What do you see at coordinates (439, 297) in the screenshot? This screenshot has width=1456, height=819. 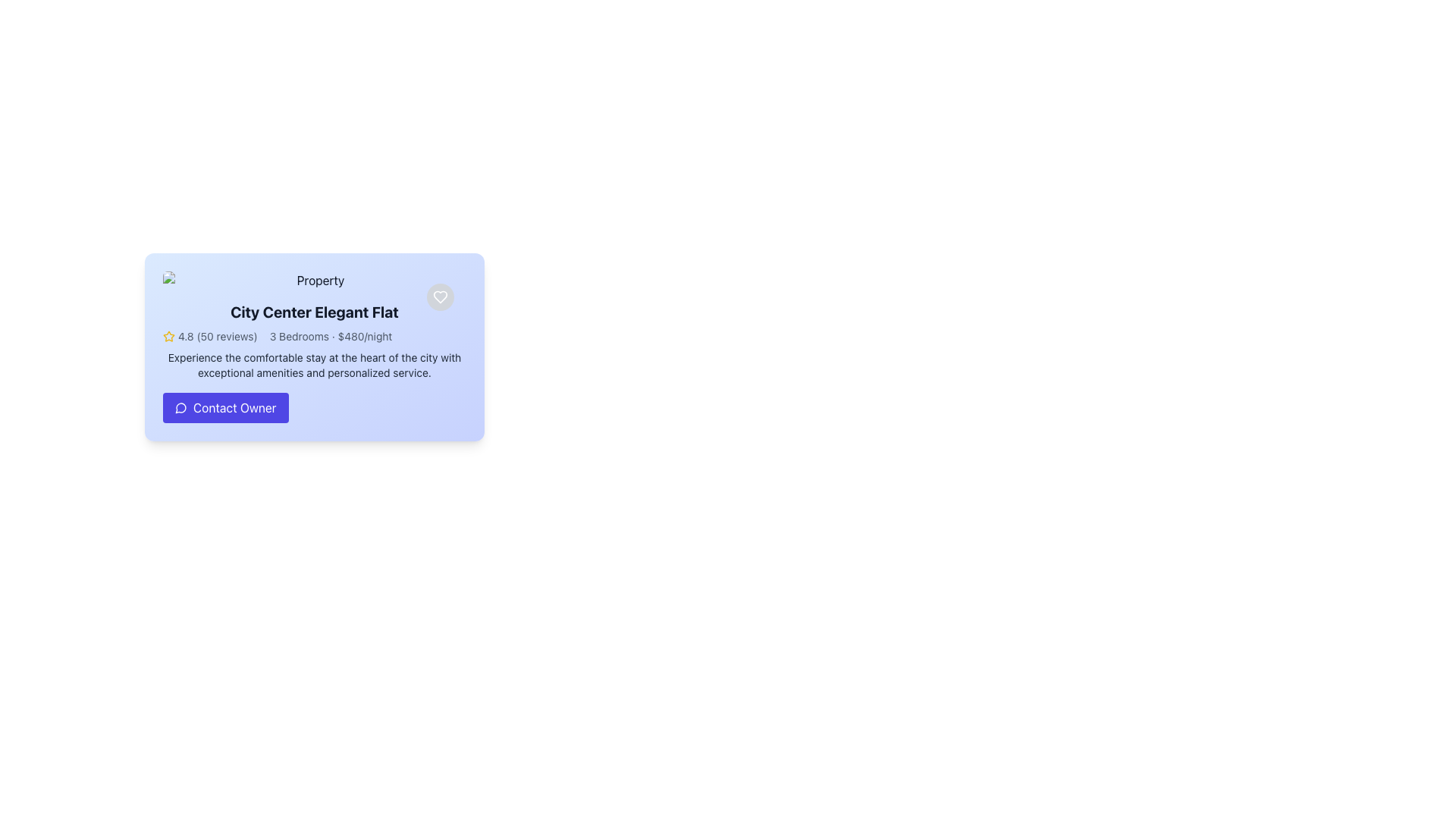 I see `the heart-shaped icon in the top-right of the property listing card to mark it as favorite` at bounding box center [439, 297].